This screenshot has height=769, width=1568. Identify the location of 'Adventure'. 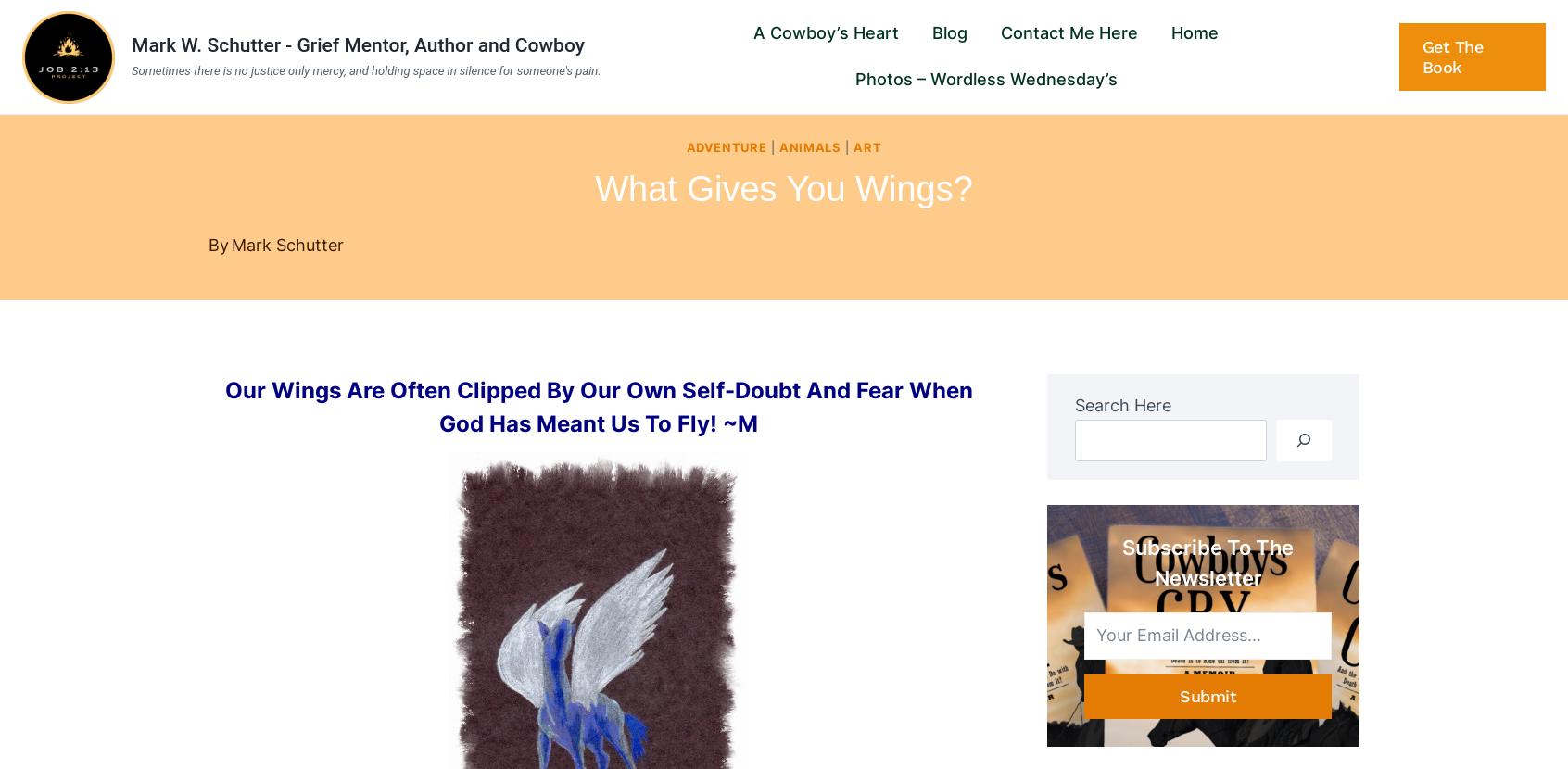
(726, 145).